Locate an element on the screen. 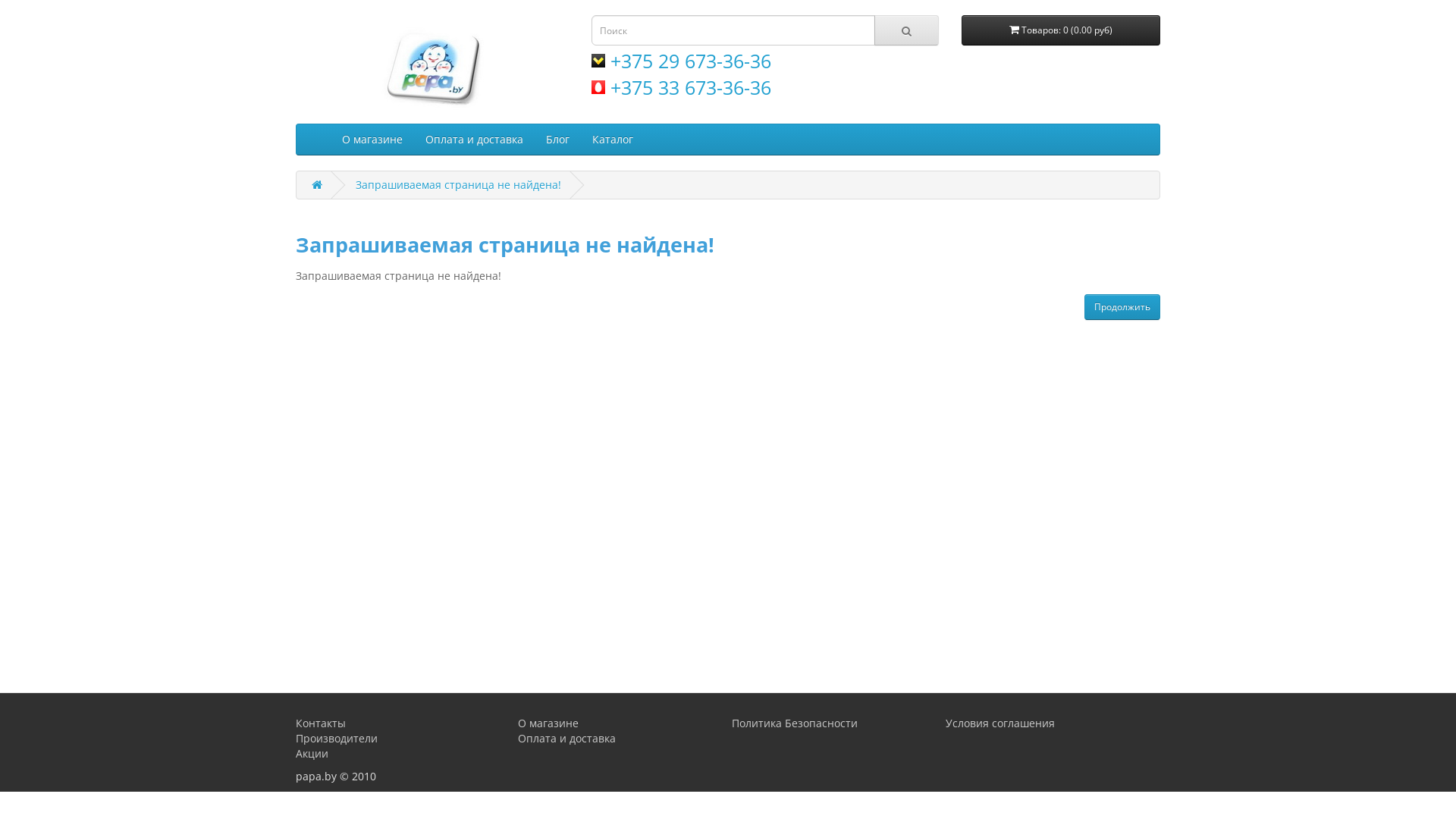 The height and width of the screenshot is (819, 1456). 'papa.by' is located at coordinates (431, 64).